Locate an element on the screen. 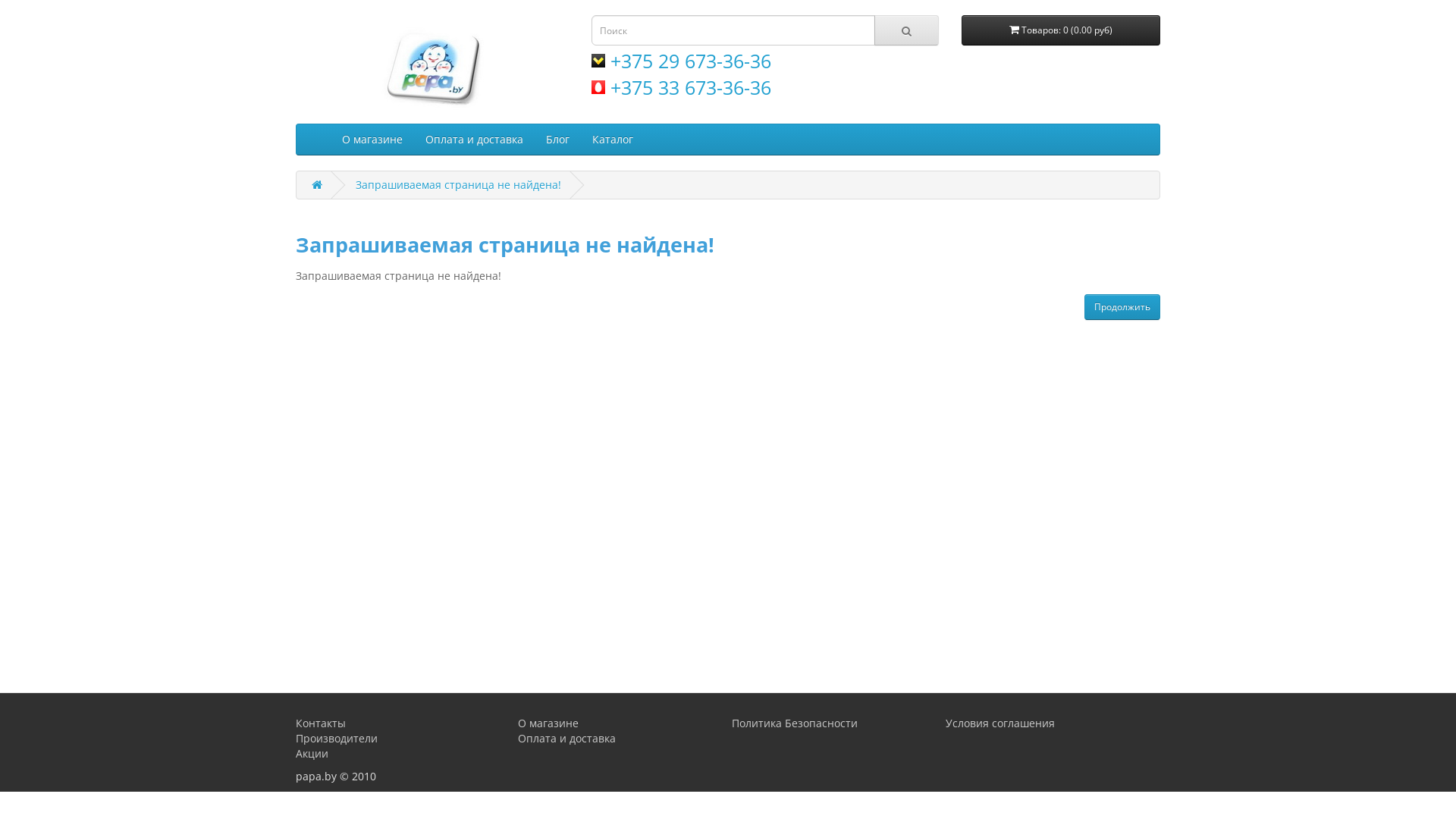 The height and width of the screenshot is (819, 1456). 'papa.by' is located at coordinates (431, 64).